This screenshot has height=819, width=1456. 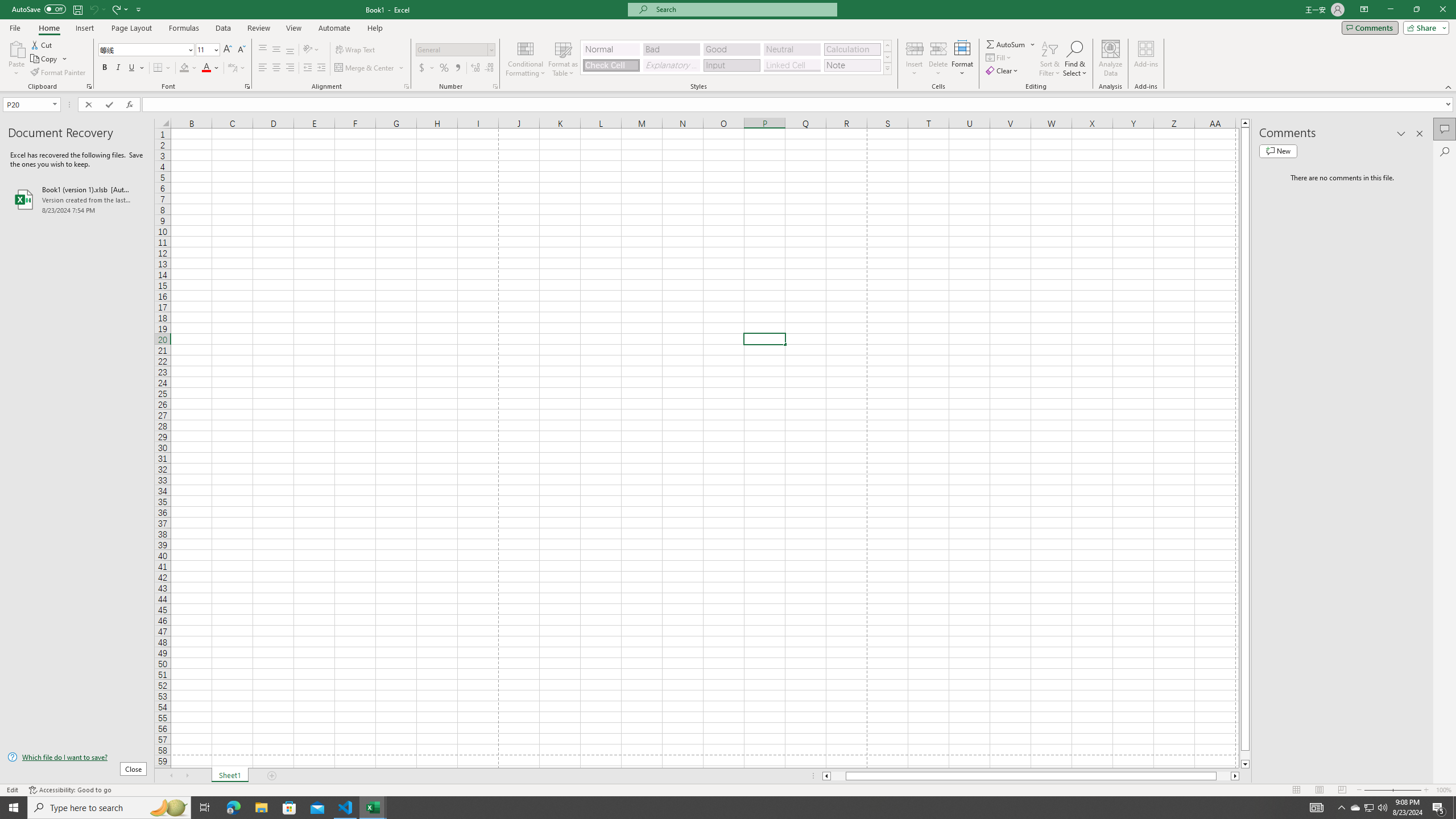 I want to click on 'Orientation', so click(x=311, y=49).